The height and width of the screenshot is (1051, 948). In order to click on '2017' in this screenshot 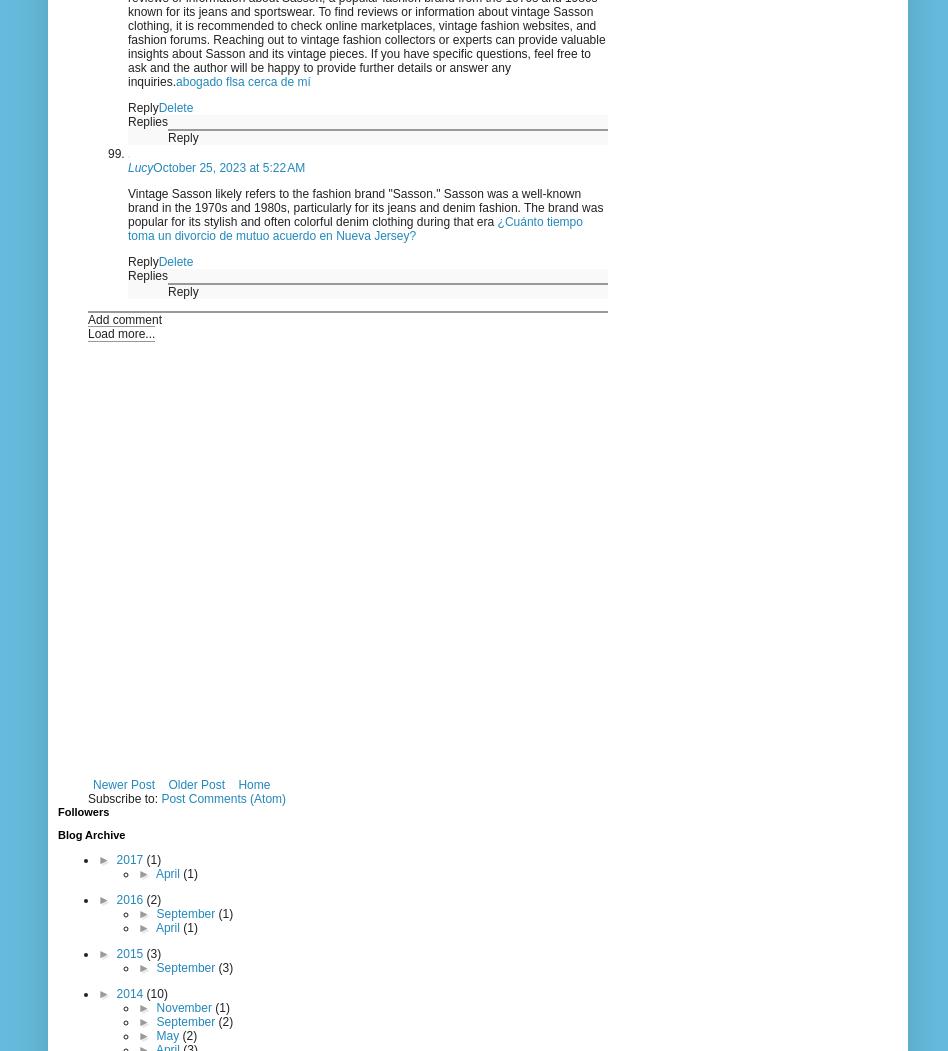, I will do `click(130, 859)`.